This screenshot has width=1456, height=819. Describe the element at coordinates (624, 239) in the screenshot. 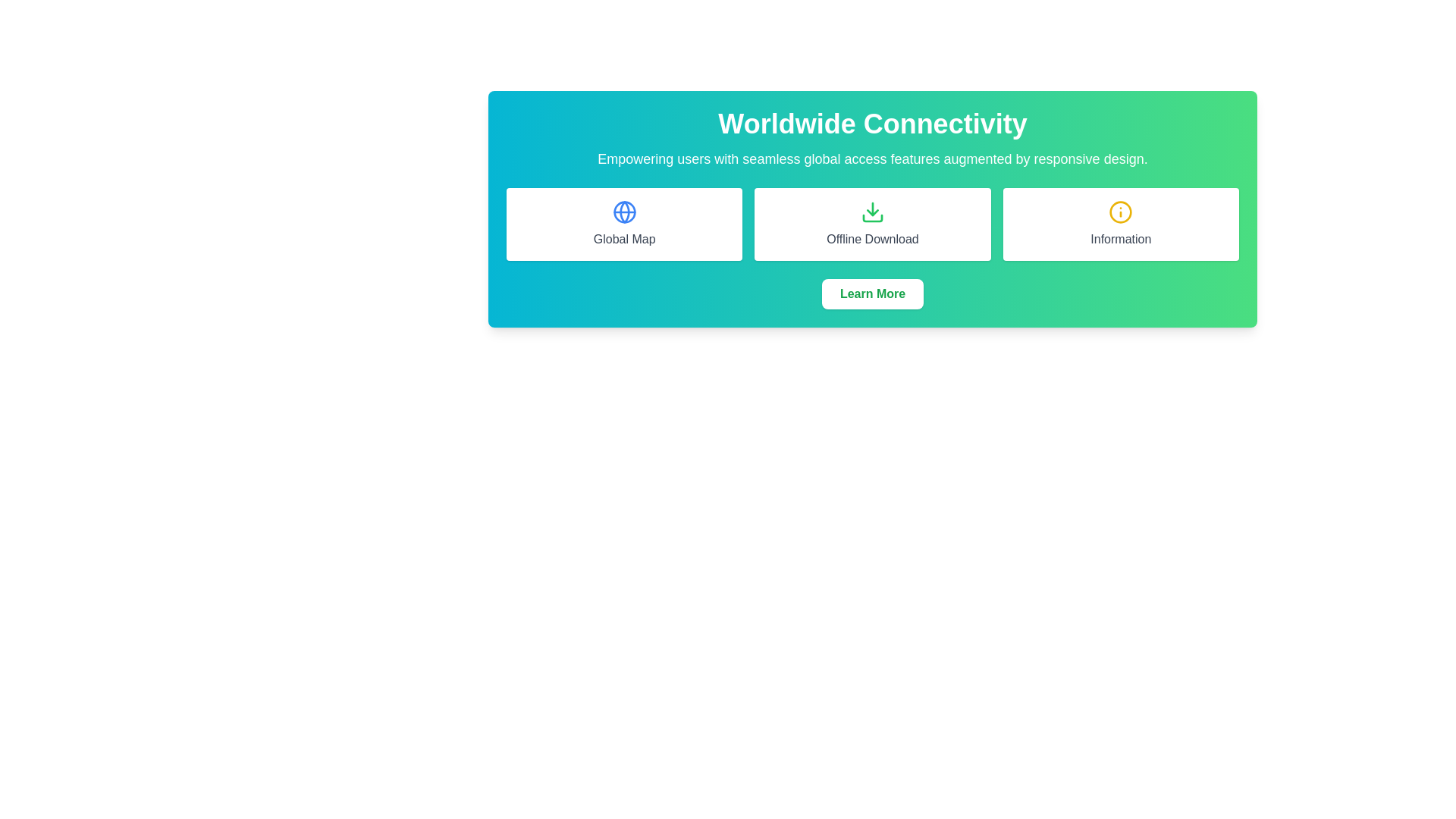

I see `the 'Global Map' text label, which is styled with a medium font weight and gray color, positioned below a globe icon in the leftmost card of a horizontally aligned group of three cards` at that location.